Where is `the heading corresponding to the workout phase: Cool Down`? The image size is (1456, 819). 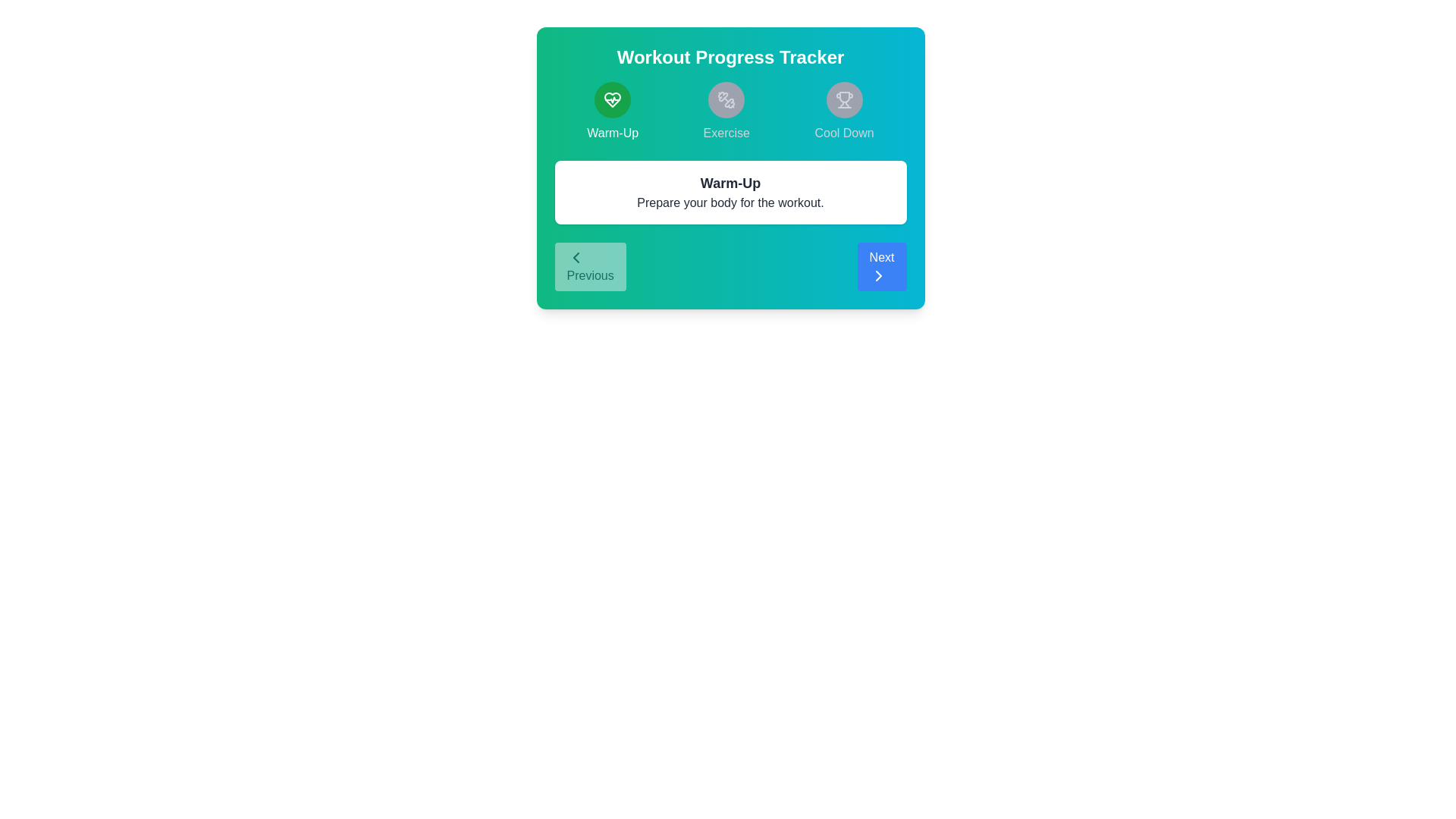
the heading corresponding to the workout phase: Cool Down is located at coordinates (843, 111).